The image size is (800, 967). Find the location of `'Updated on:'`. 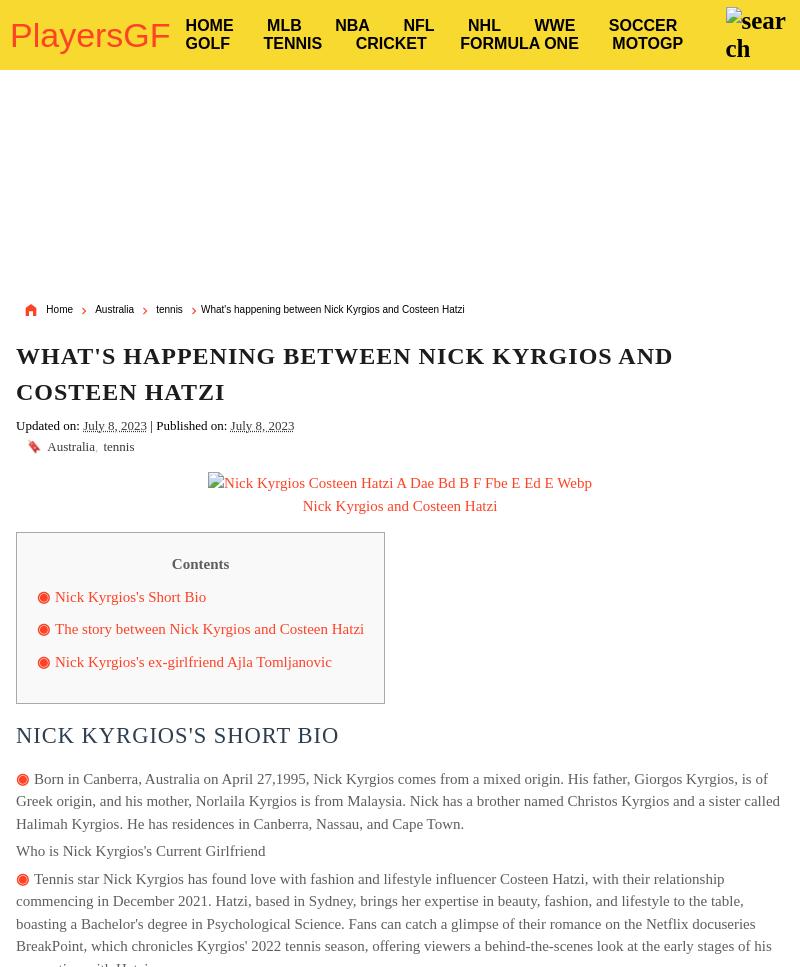

'Updated on:' is located at coordinates (16, 424).